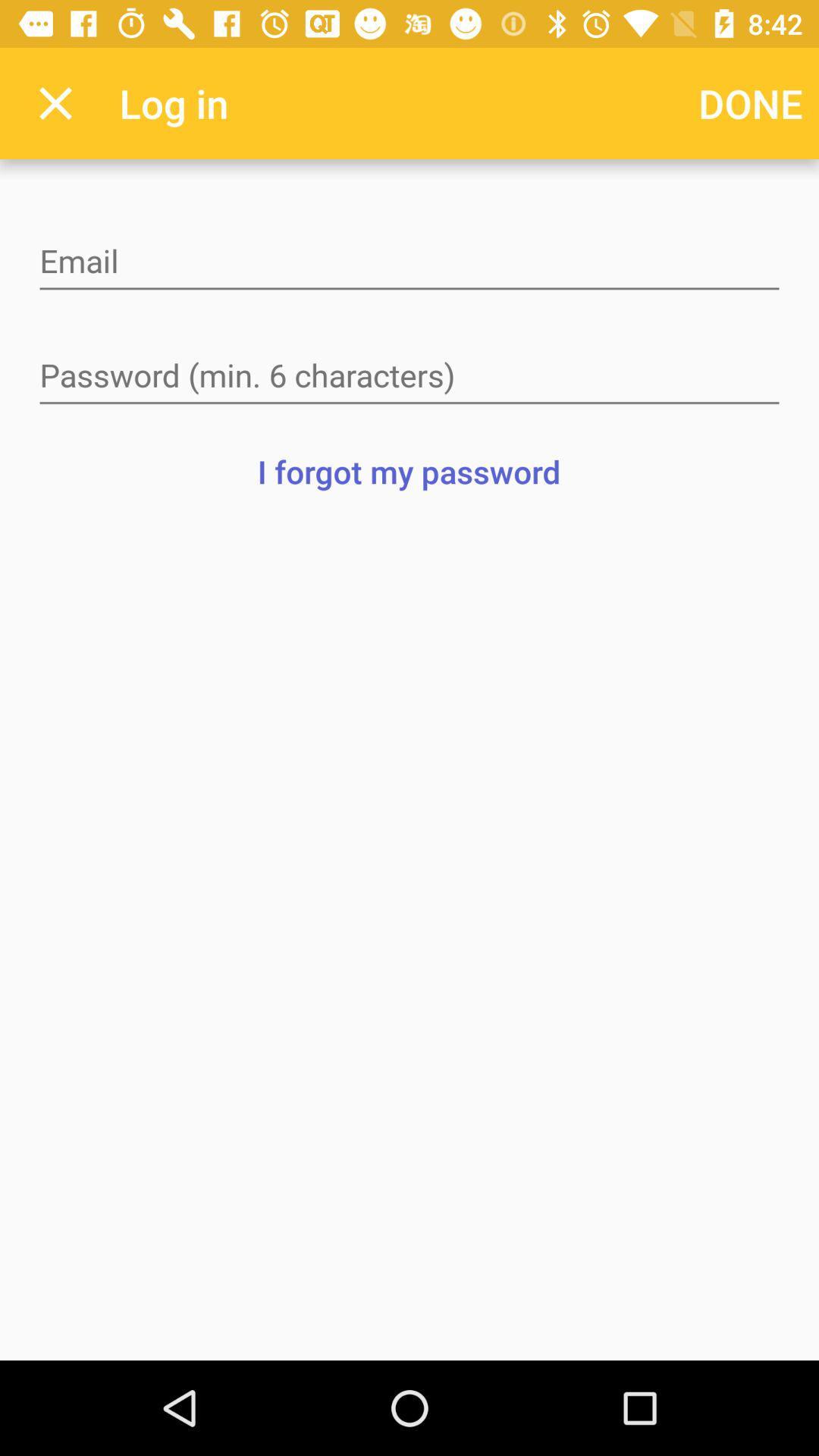  Describe the element at coordinates (751, 102) in the screenshot. I see `the item to the right of log in app` at that location.